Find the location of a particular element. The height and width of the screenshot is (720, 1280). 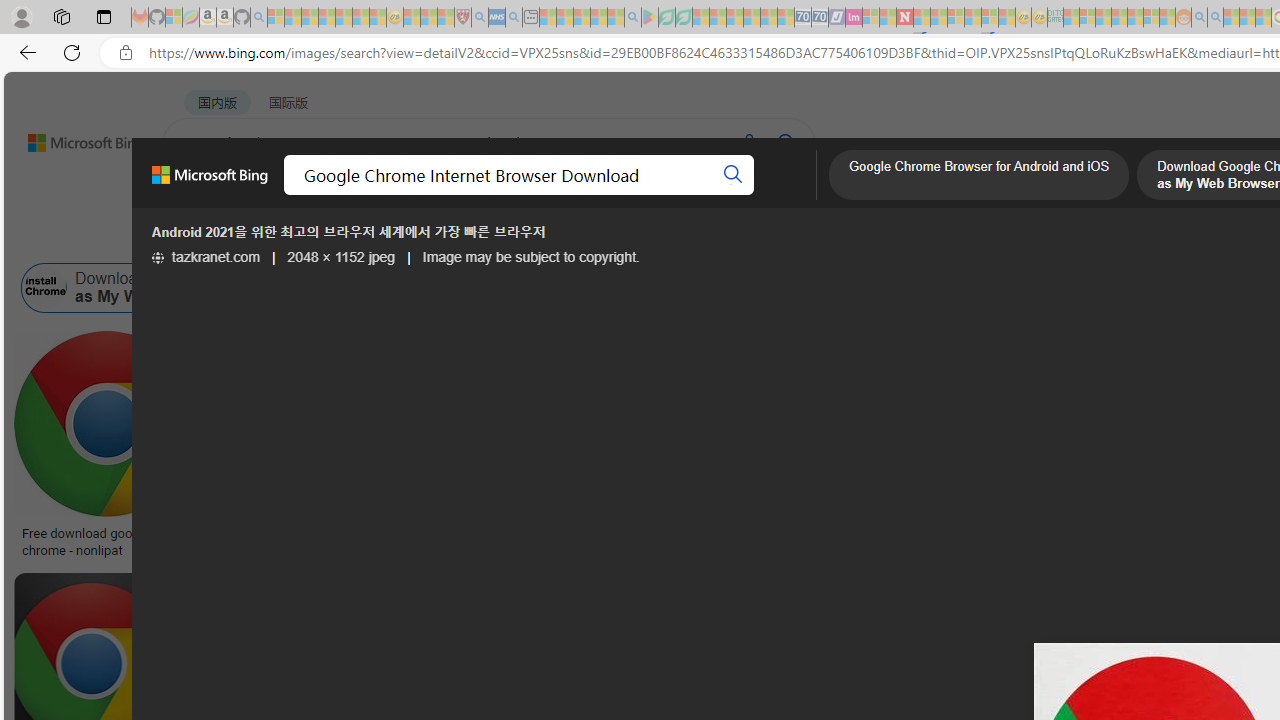

'MY BING' is located at coordinates (275, 195).